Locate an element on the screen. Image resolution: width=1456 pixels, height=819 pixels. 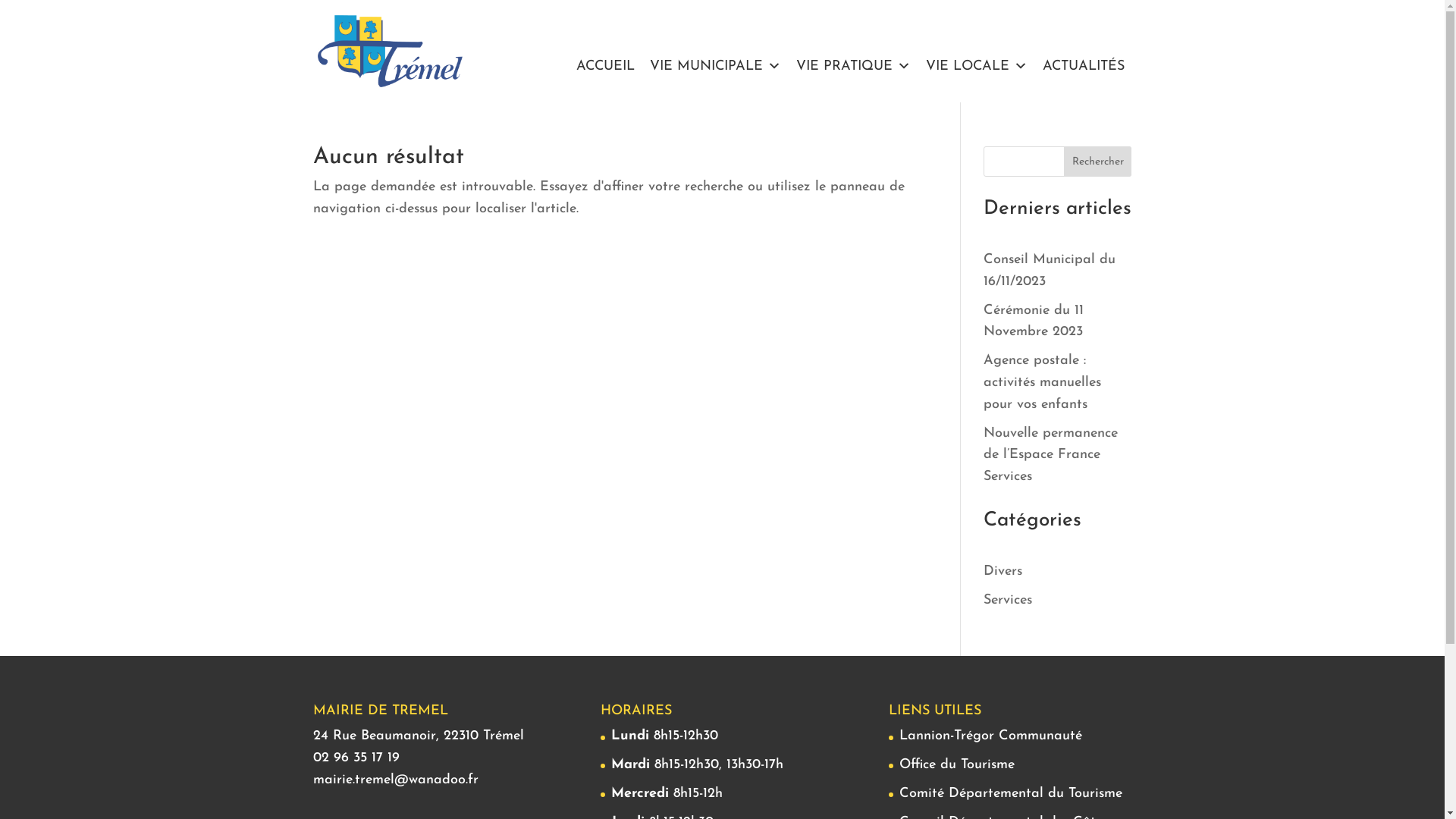
'mairie.tremel@wanadoo.fr' is located at coordinates (395, 780).